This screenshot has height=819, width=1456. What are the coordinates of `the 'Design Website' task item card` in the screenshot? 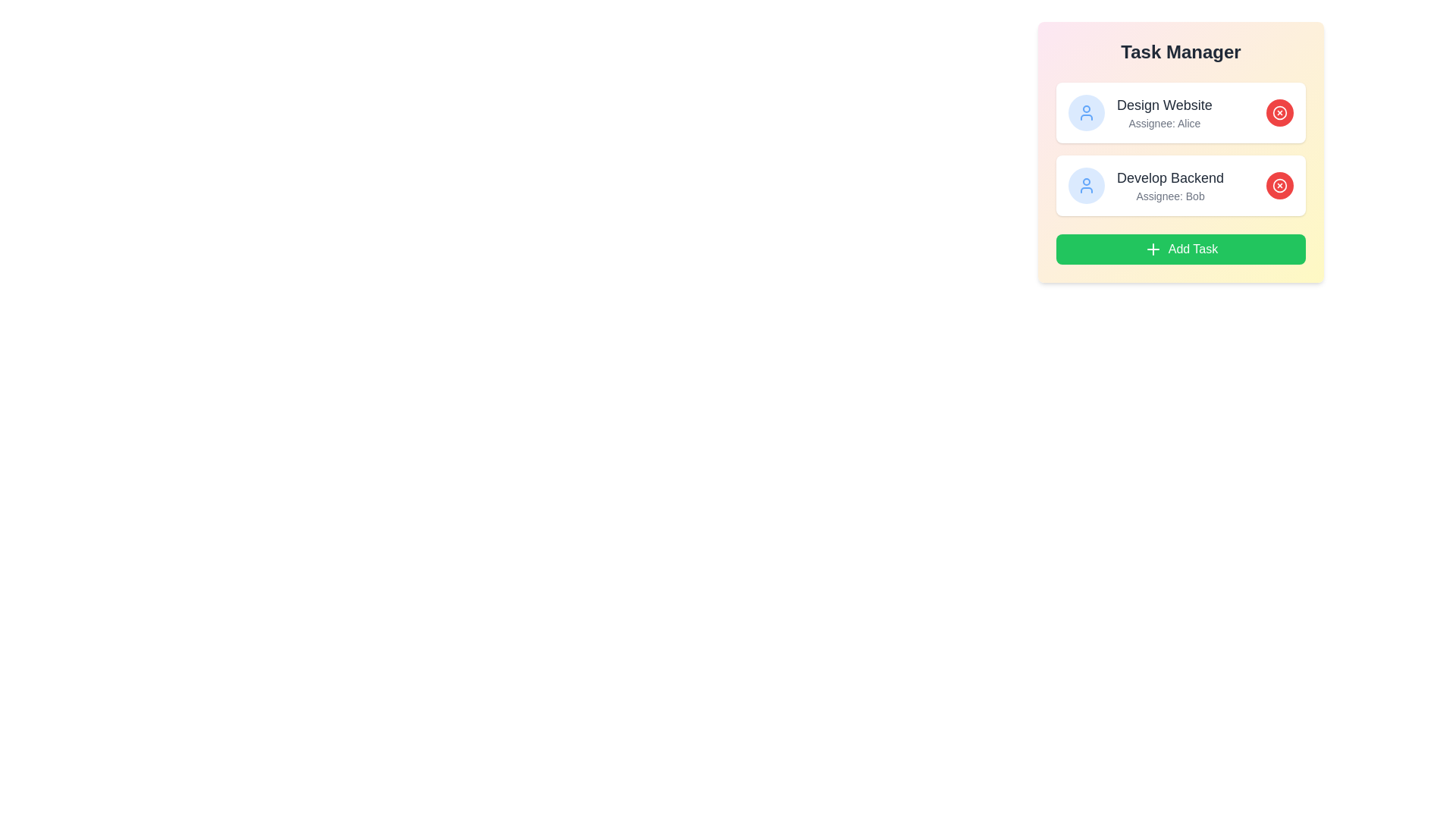 It's located at (1180, 112).